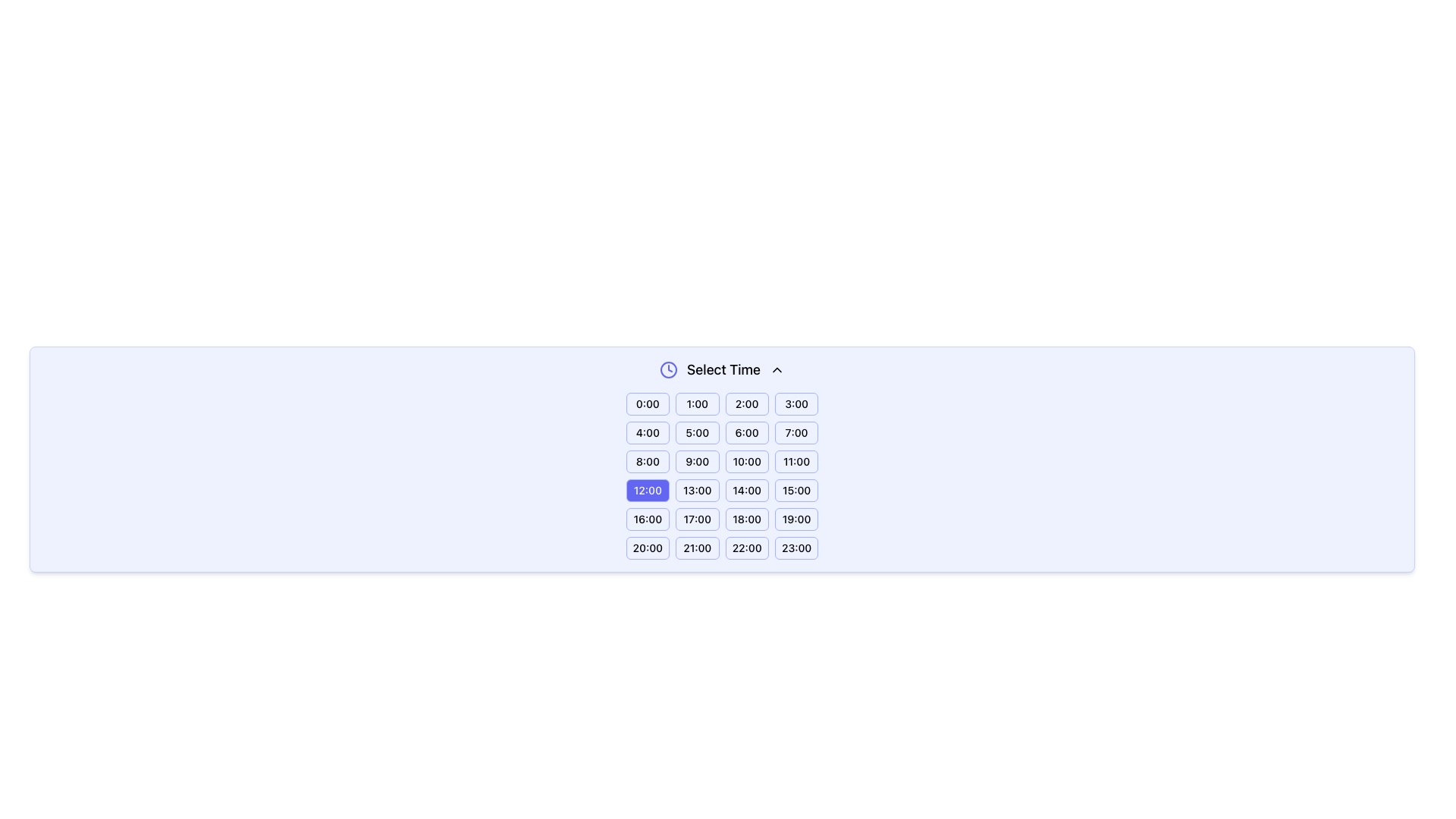  I want to click on the time selection button for '3:00' located in the first row and fourth column of the time picker grid, so click(795, 403).